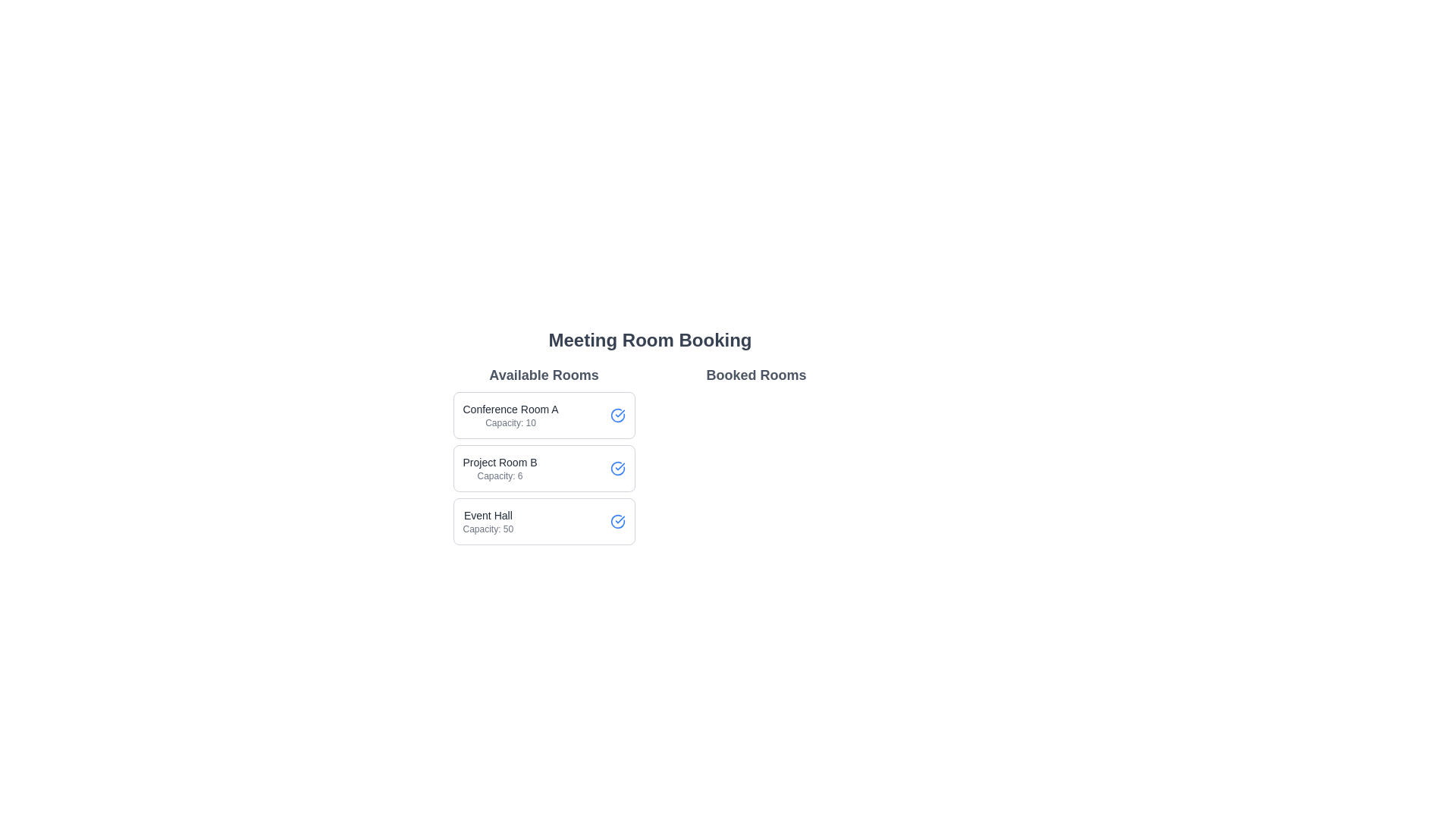  I want to click on the circular status indicator icon with a checkmark inside, located to the right of the 'Project Room B' list item under the 'Available Rooms' section, so click(617, 415).